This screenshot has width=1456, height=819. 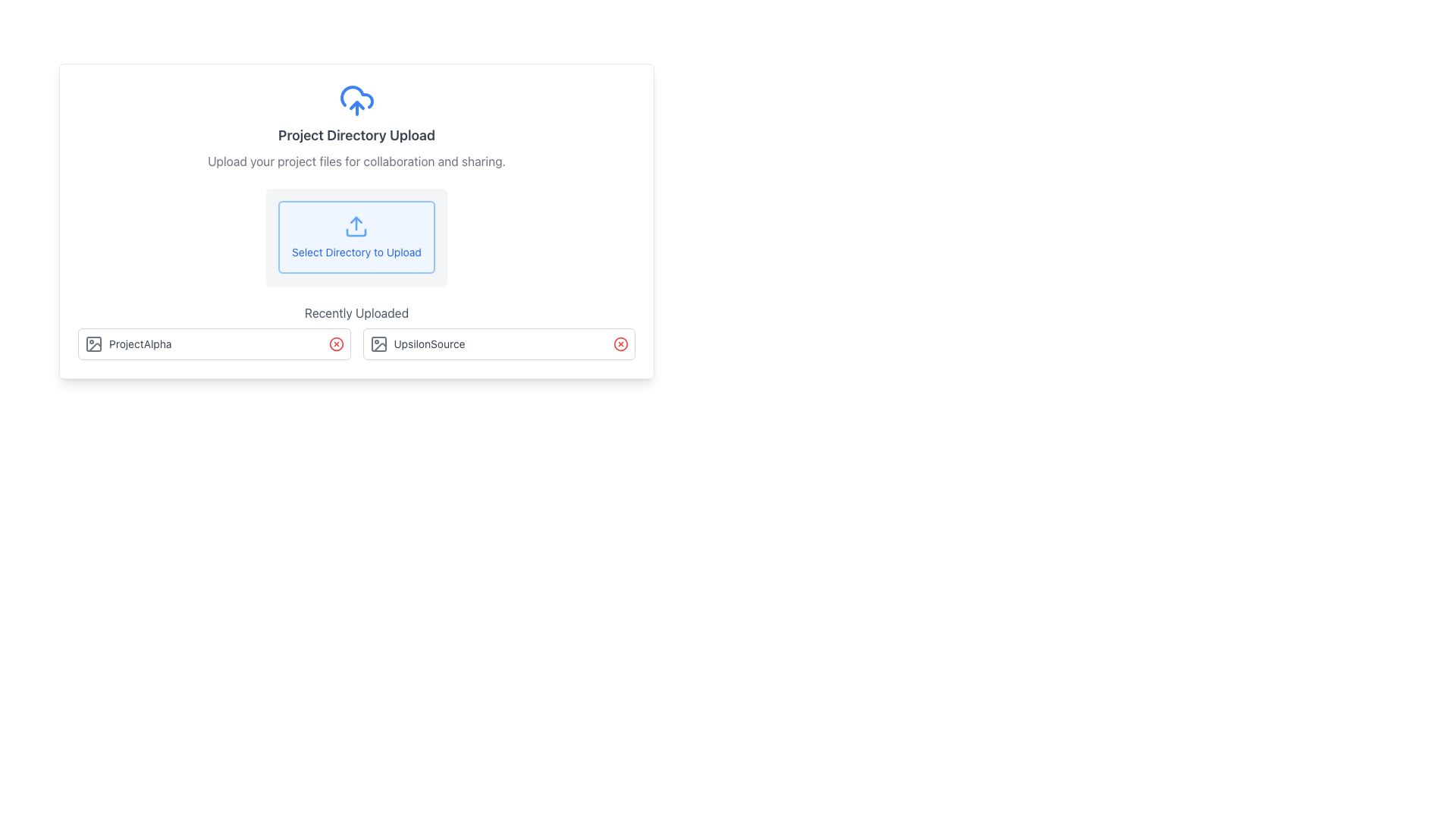 What do you see at coordinates (378, 344) in the screenshot?
I see `the gray-toned outline icon representing an image placeholder, located within the 'Recently Uploaded' section, specifically to the left of the entry labeled 'UpsilonSource'` at bounding box center [378, 344].